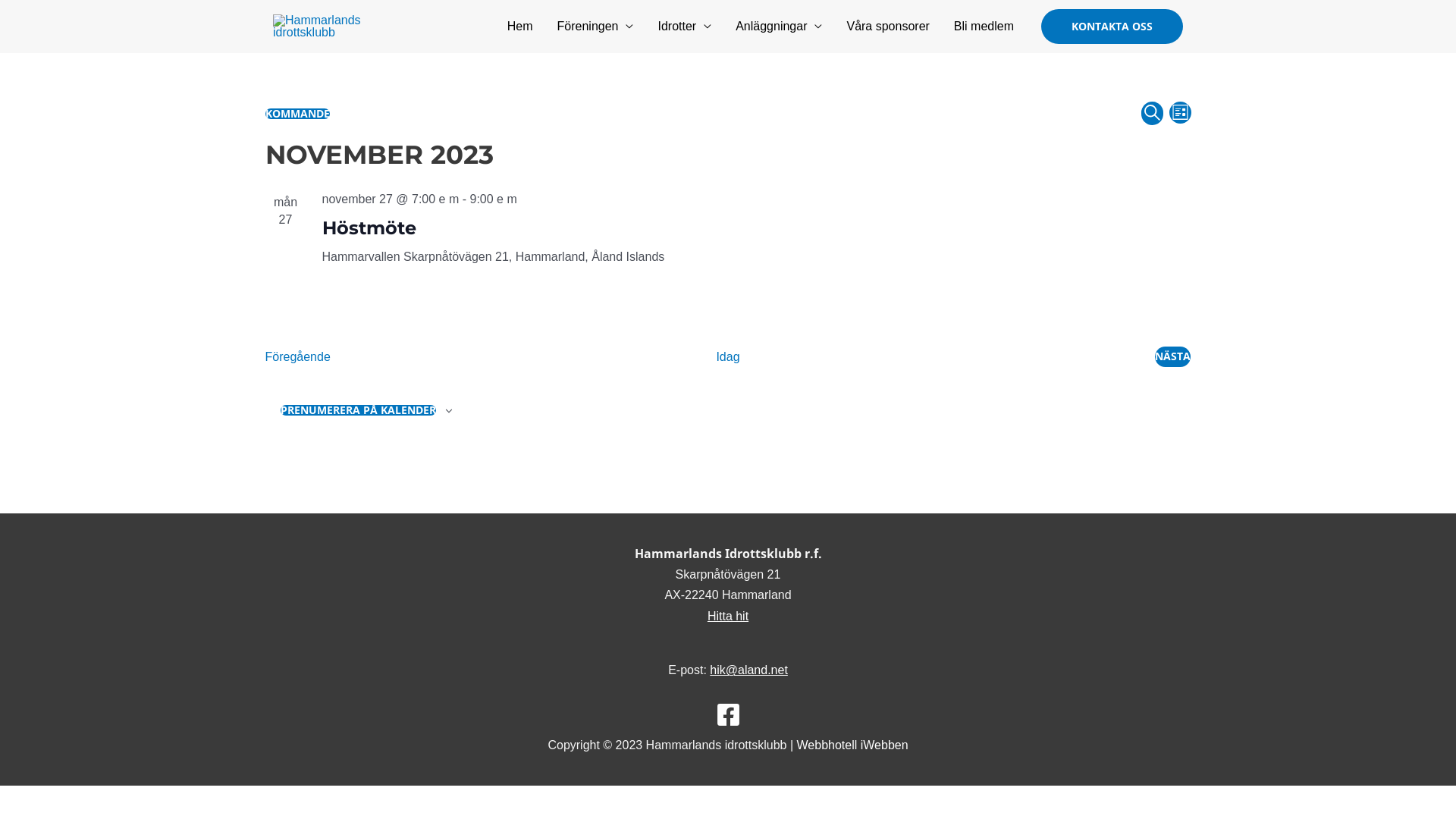  What do you see at coordinates (1179, 111) in the screenshot?
I see `'LISTA'` at bounding box center [1179, 111].